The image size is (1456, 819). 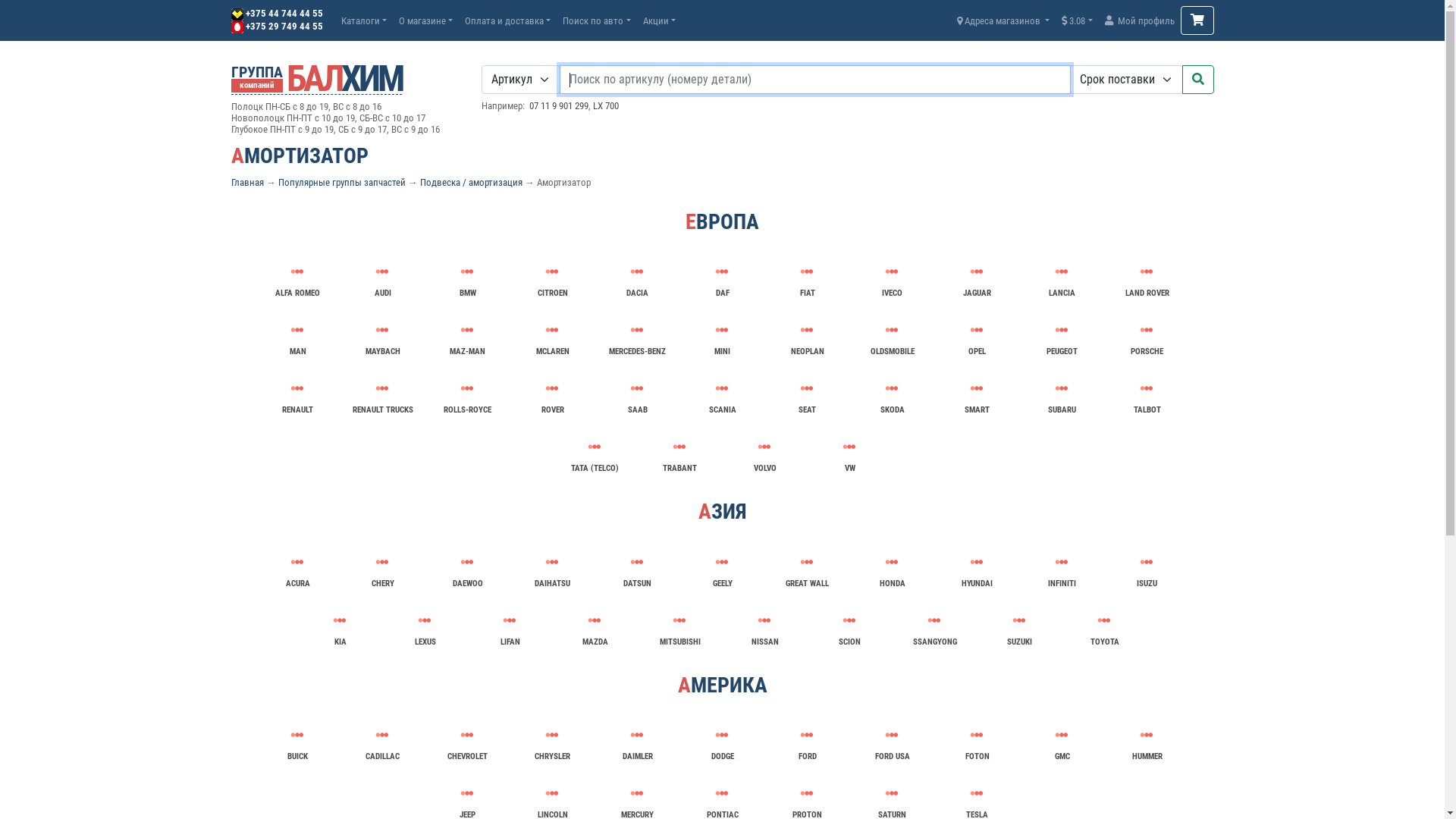 What do you see at coordinates (551, 277) in the screenshot?
I see `'CITROEN'` at bounding box center [551, 277].